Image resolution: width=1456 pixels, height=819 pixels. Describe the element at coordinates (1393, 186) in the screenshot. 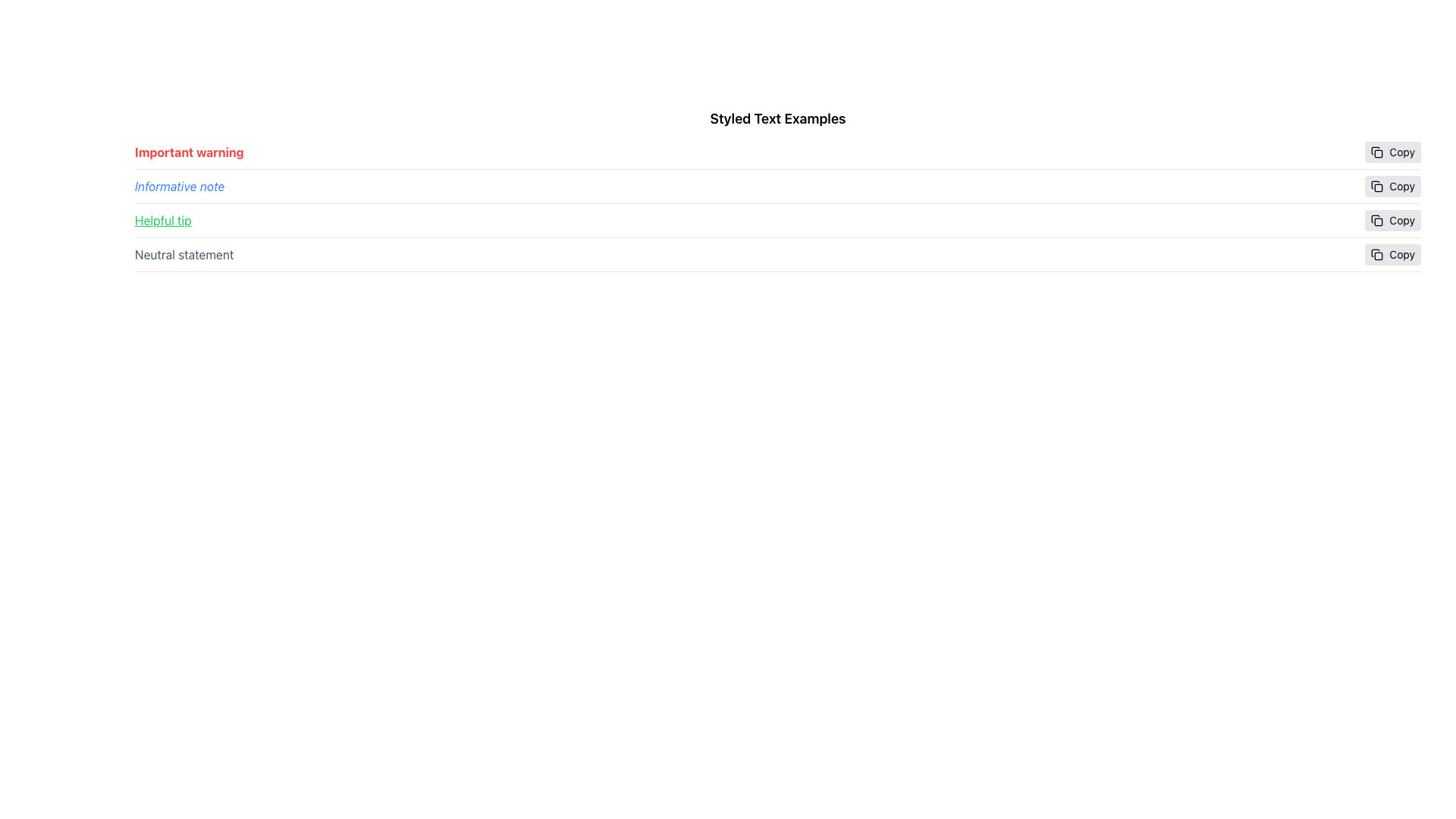

I see `the button with icon and text located on the right side of the second row labeled 'Informative note'` at that location.